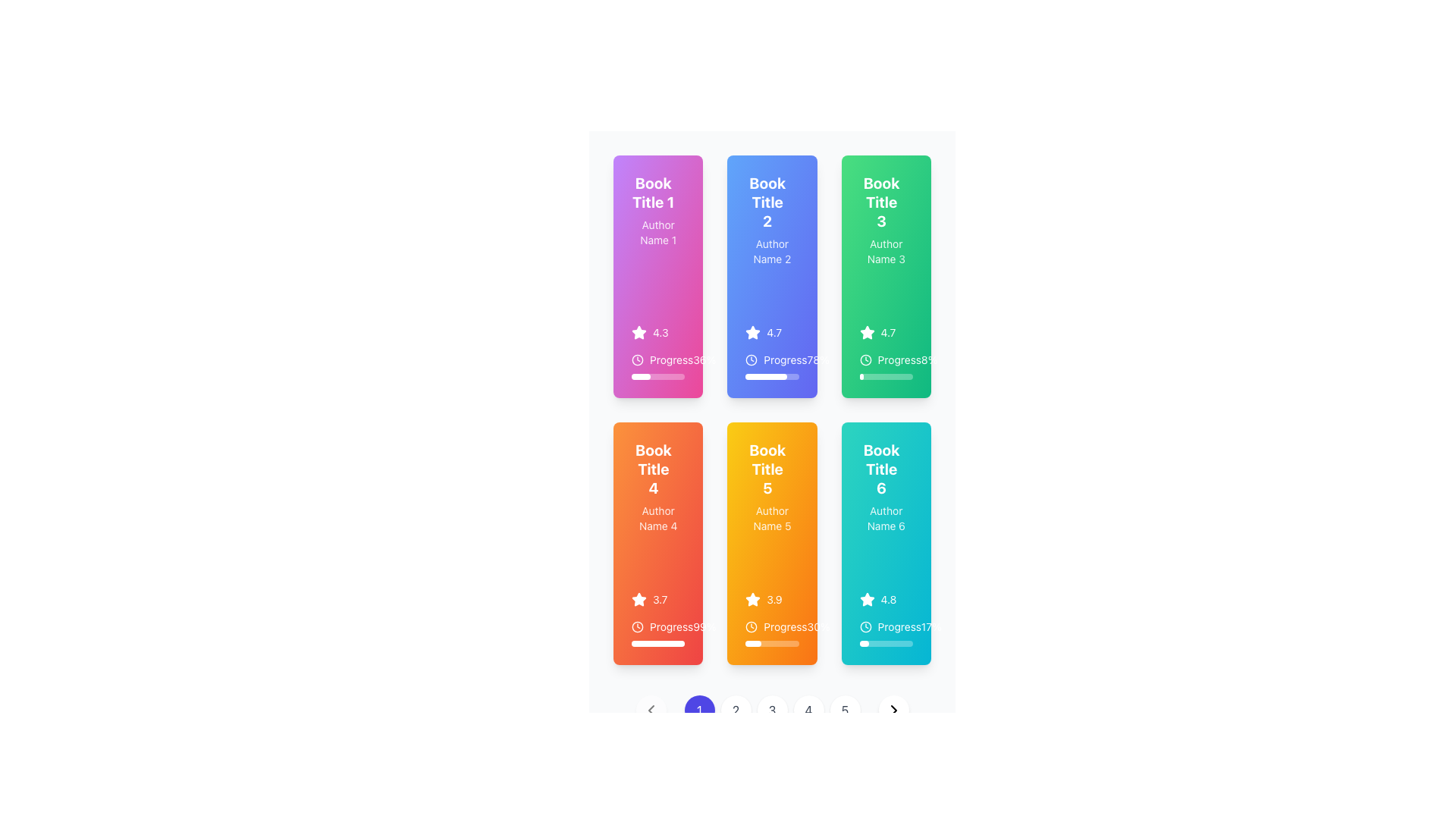  I want to click on the text element displaying 'Book Title 1' in bold at the top of the first card in the top row, so click(658, 210).